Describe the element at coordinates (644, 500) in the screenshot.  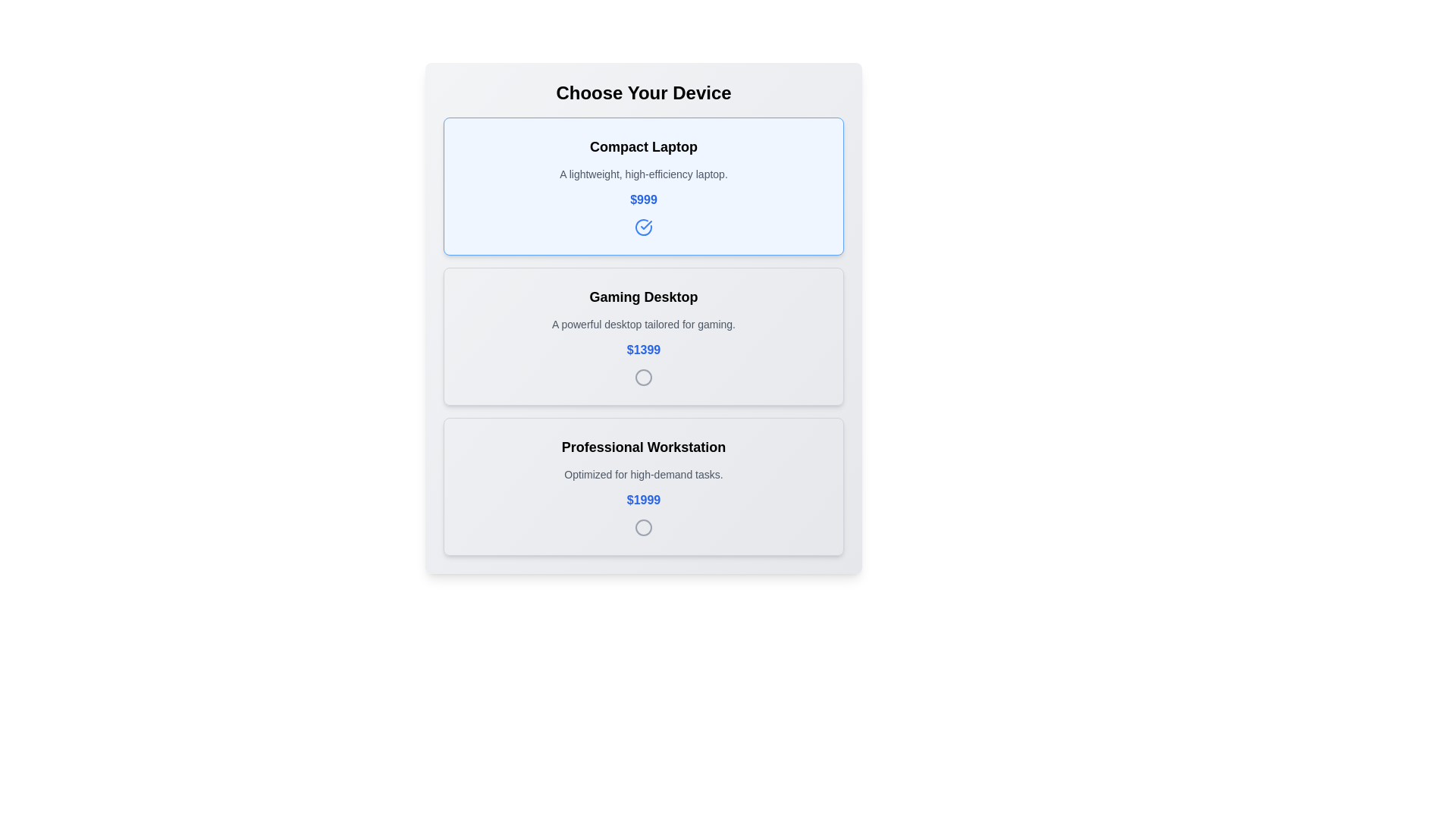
I see `the static text label element displaying the price '$1999' in bold blue font, located in the 'Professional Workstation' section above the interactive radio button icon` at that location.